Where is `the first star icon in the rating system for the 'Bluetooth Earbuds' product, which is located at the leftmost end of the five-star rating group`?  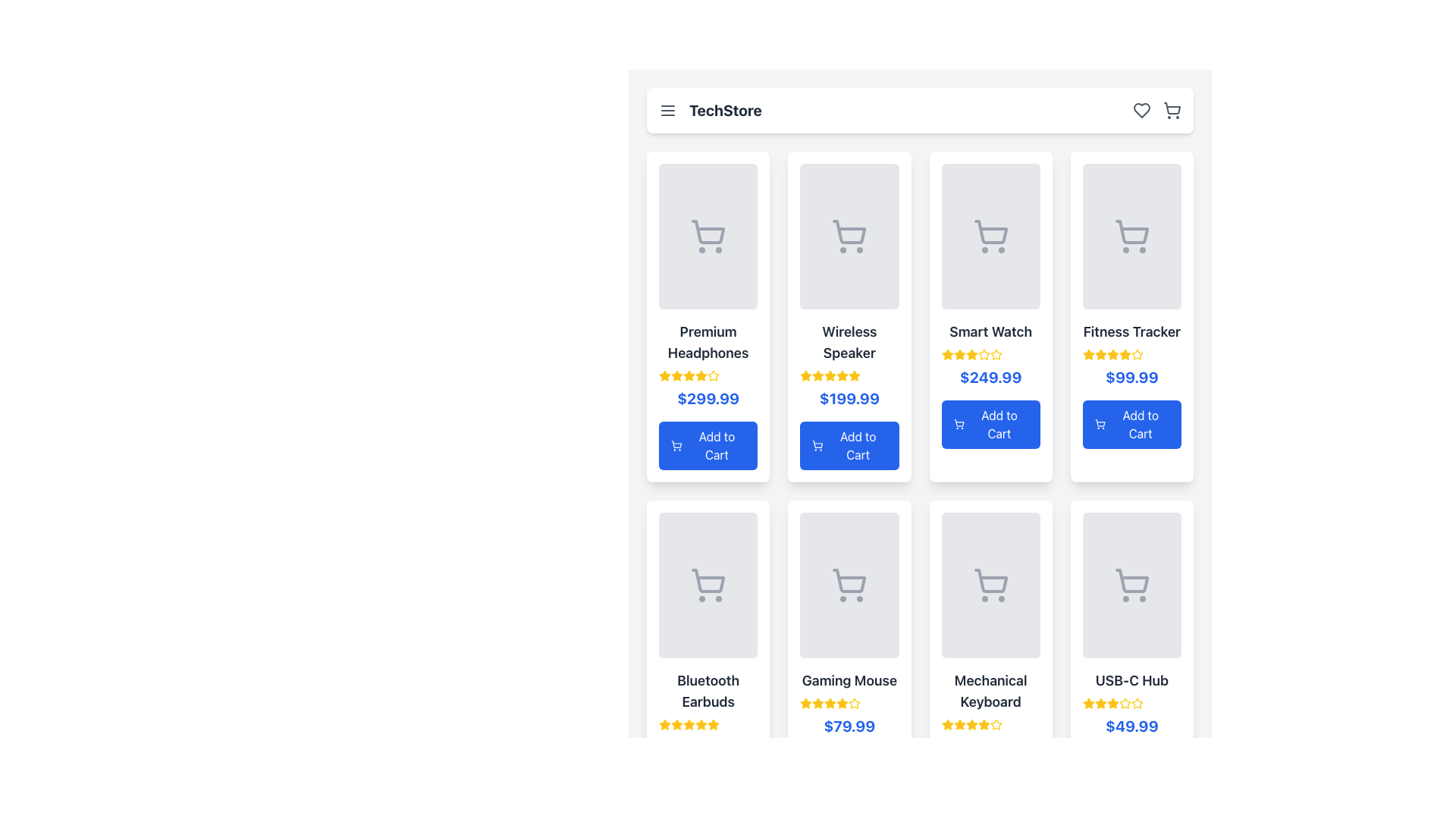 the first star icon in the rating system for the 'Bluetooth Earbuds' product, which is located at the leftmost end of the five-star rating group is located at coordinates (665, 724).